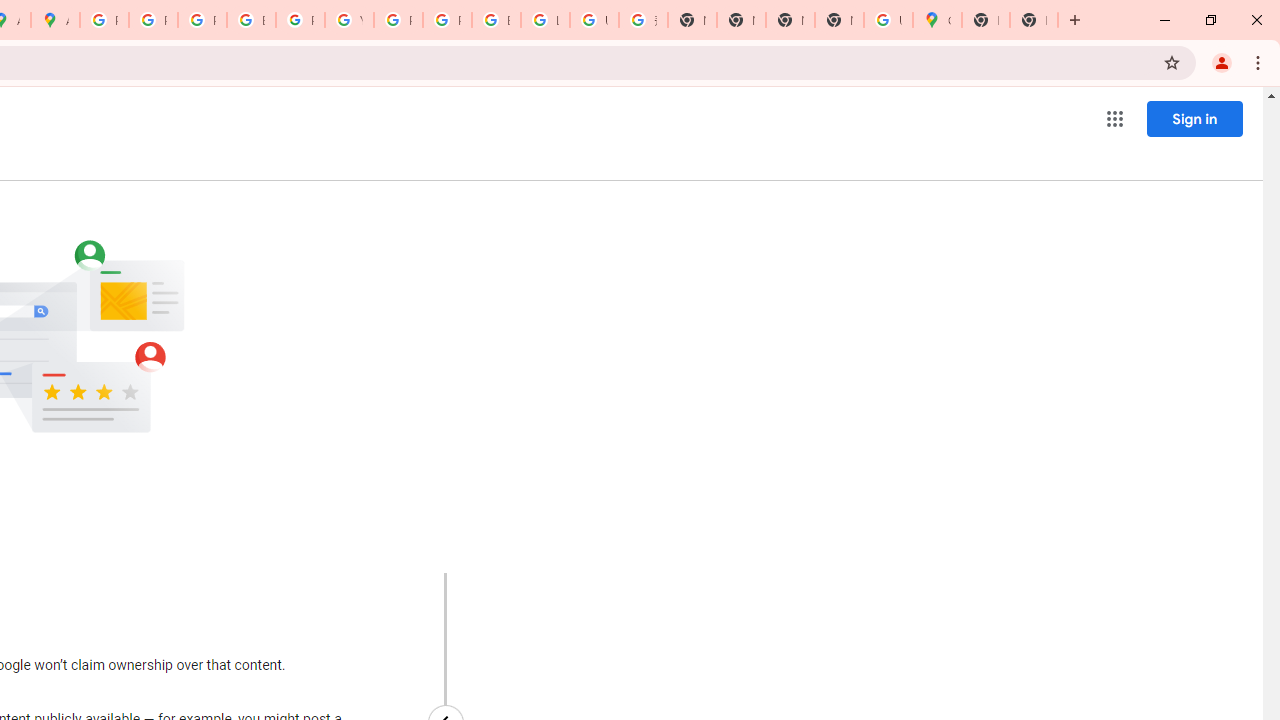  I want to click on 'Browse Chrome as a guest - Computer - Google Chrome Help', so click(496, 20).